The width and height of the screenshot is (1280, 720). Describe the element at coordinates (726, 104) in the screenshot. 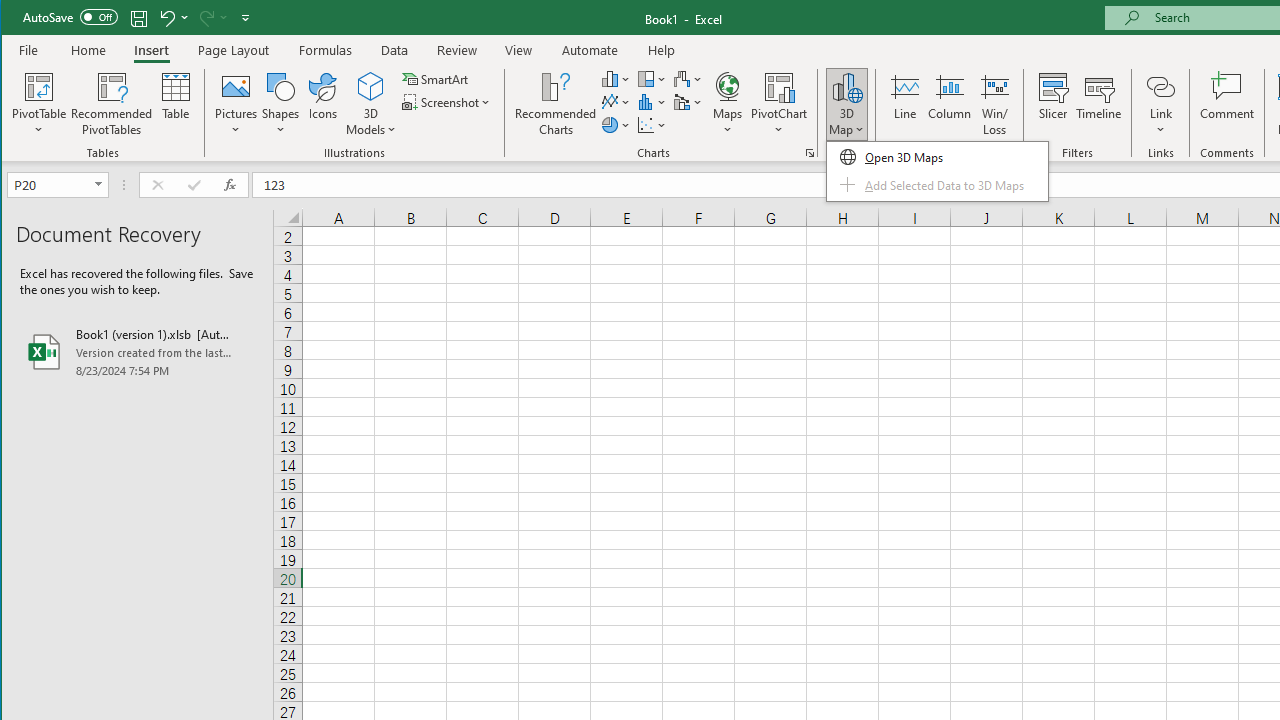

I see `'Maps'` at that location.